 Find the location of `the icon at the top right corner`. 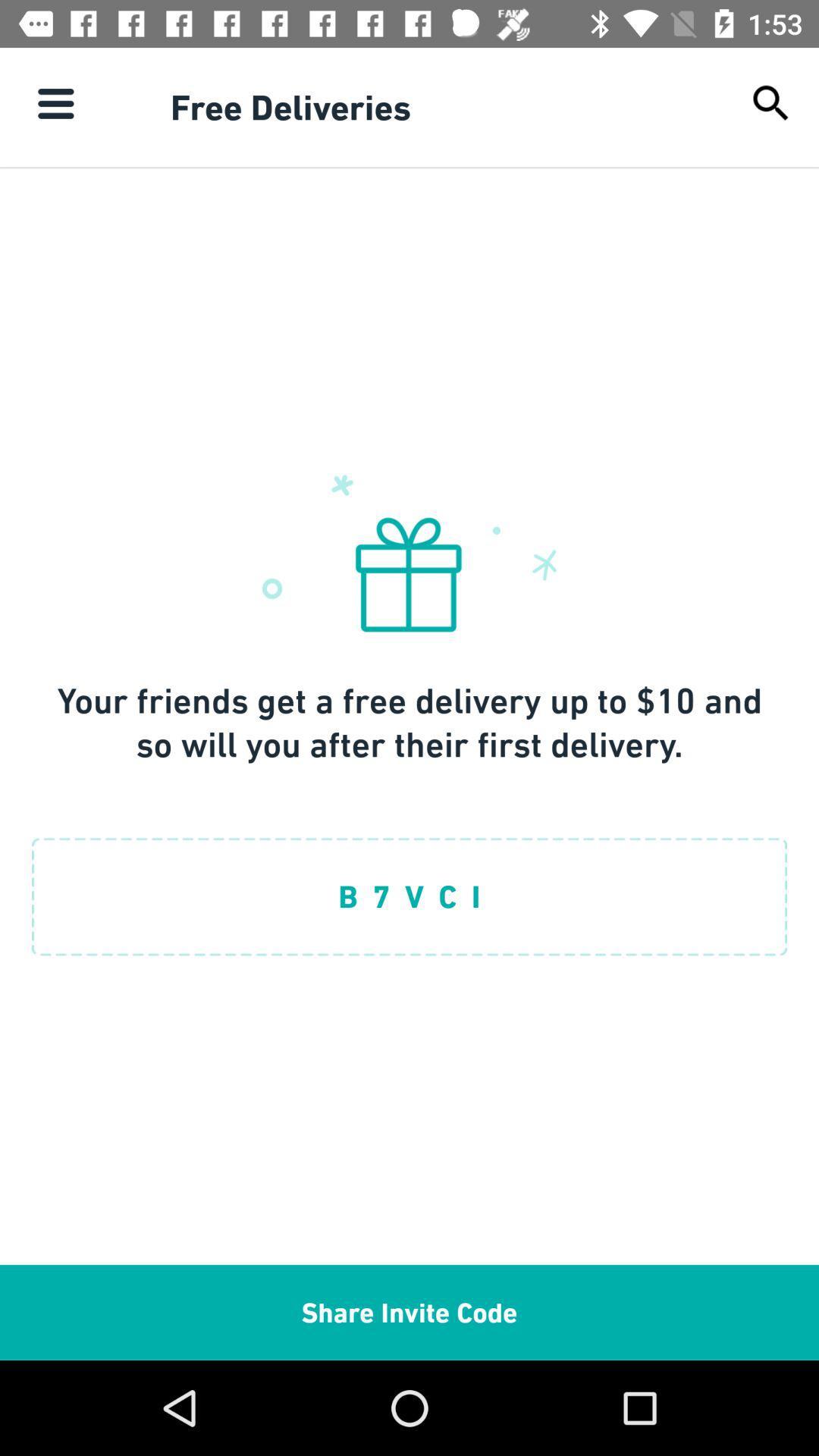

the icon at the top right corner is located at coordinates (771, 102).